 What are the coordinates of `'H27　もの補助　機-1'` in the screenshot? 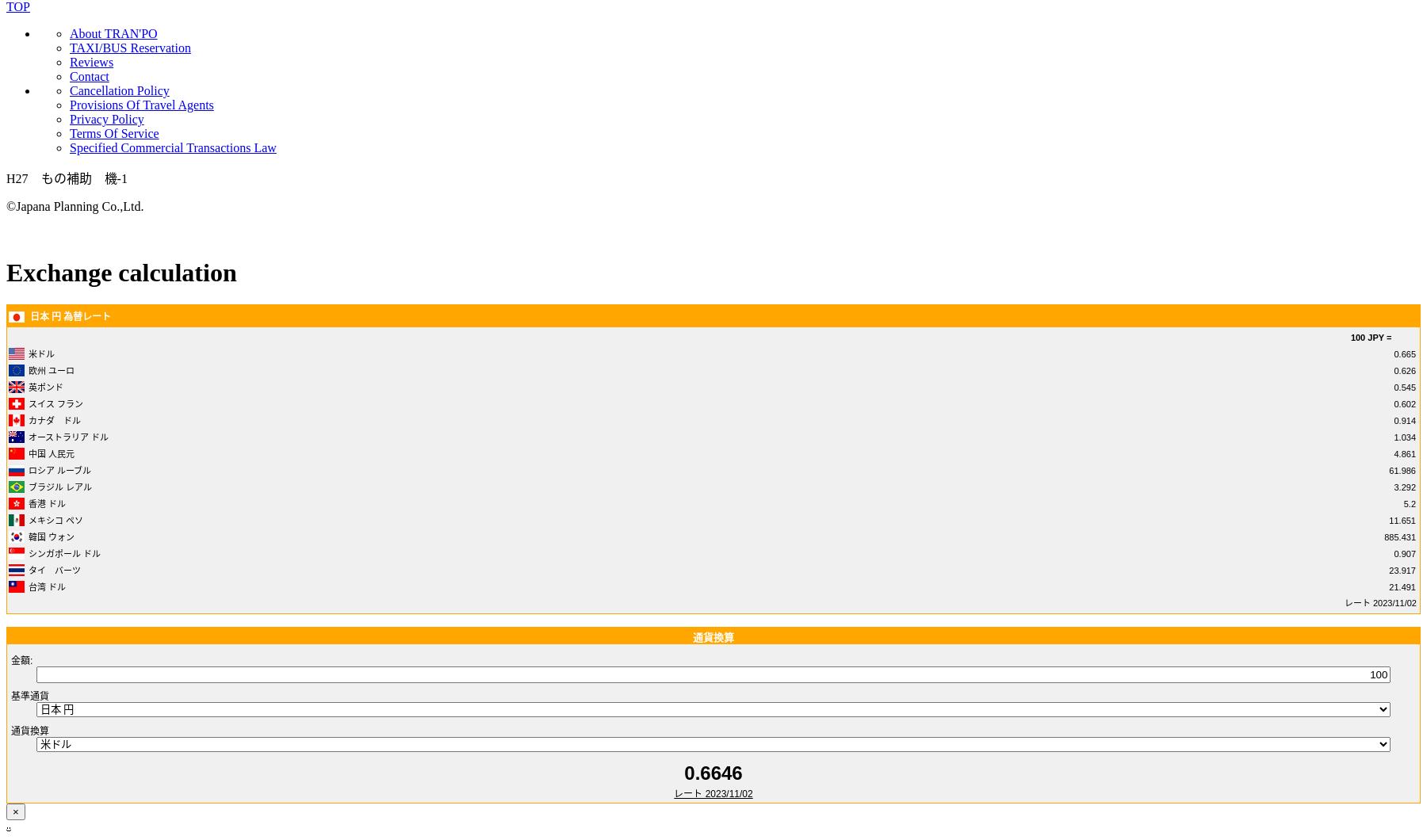 It's located at (66, 178).